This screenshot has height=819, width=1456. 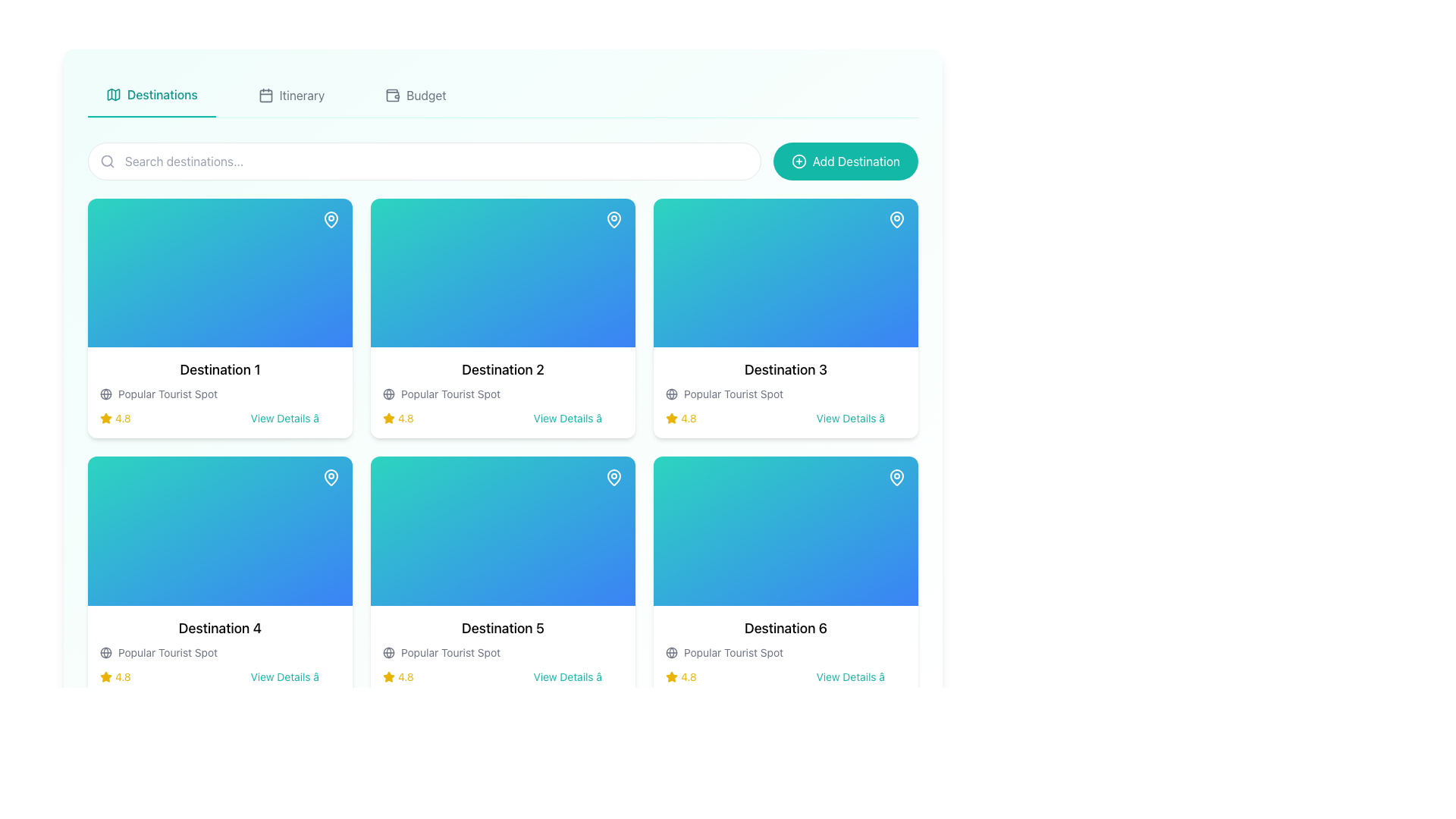 I want to click on the 'View Details â†’' link in the bottom right corner of the card for Destination 2, so click(x=577, y=419).